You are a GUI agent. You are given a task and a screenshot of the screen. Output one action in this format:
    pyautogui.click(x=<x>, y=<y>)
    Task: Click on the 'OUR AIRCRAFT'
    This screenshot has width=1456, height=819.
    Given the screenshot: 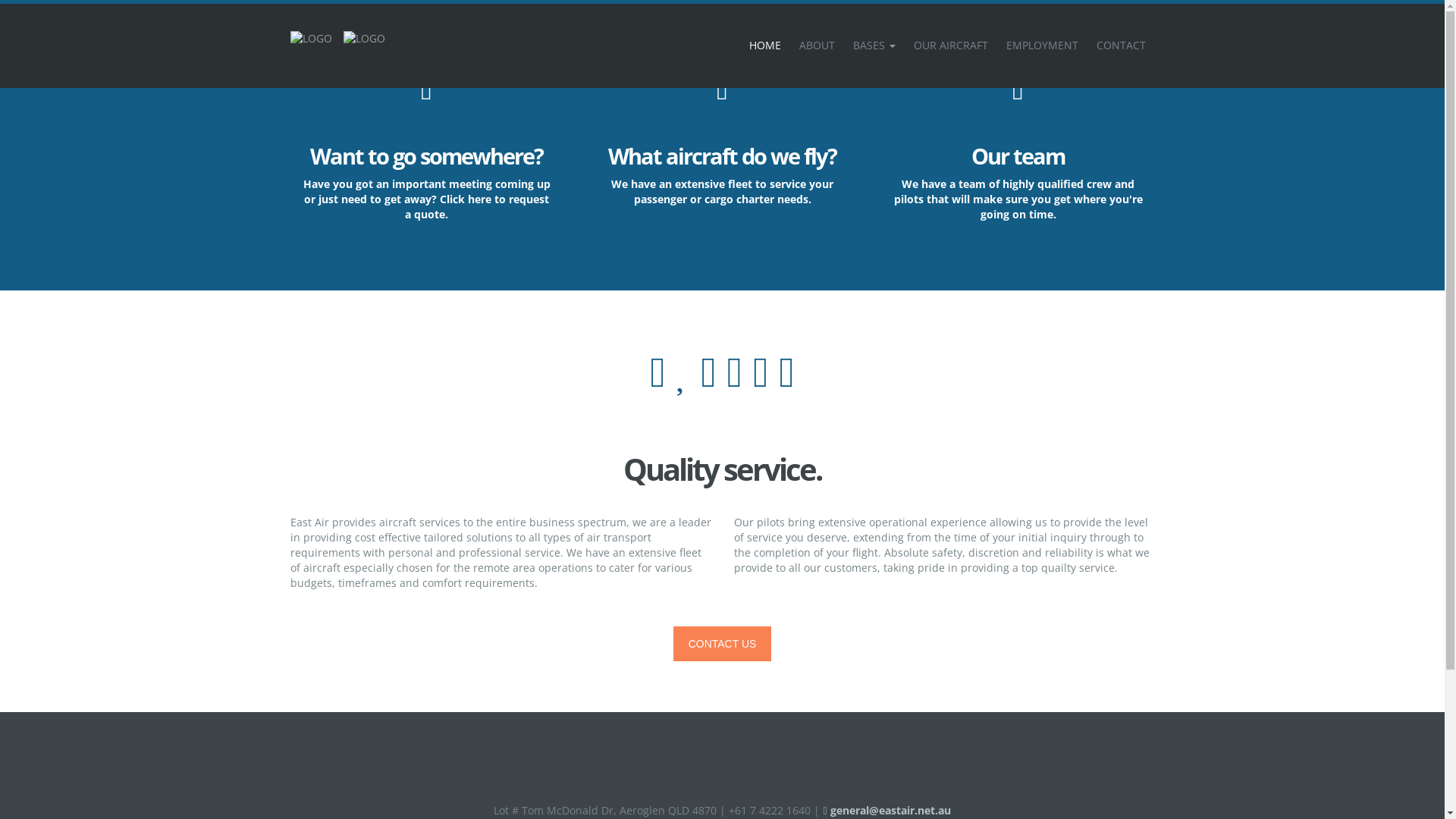 What is the action you would take?
    pyautogui.click(x=949, y=45)
    